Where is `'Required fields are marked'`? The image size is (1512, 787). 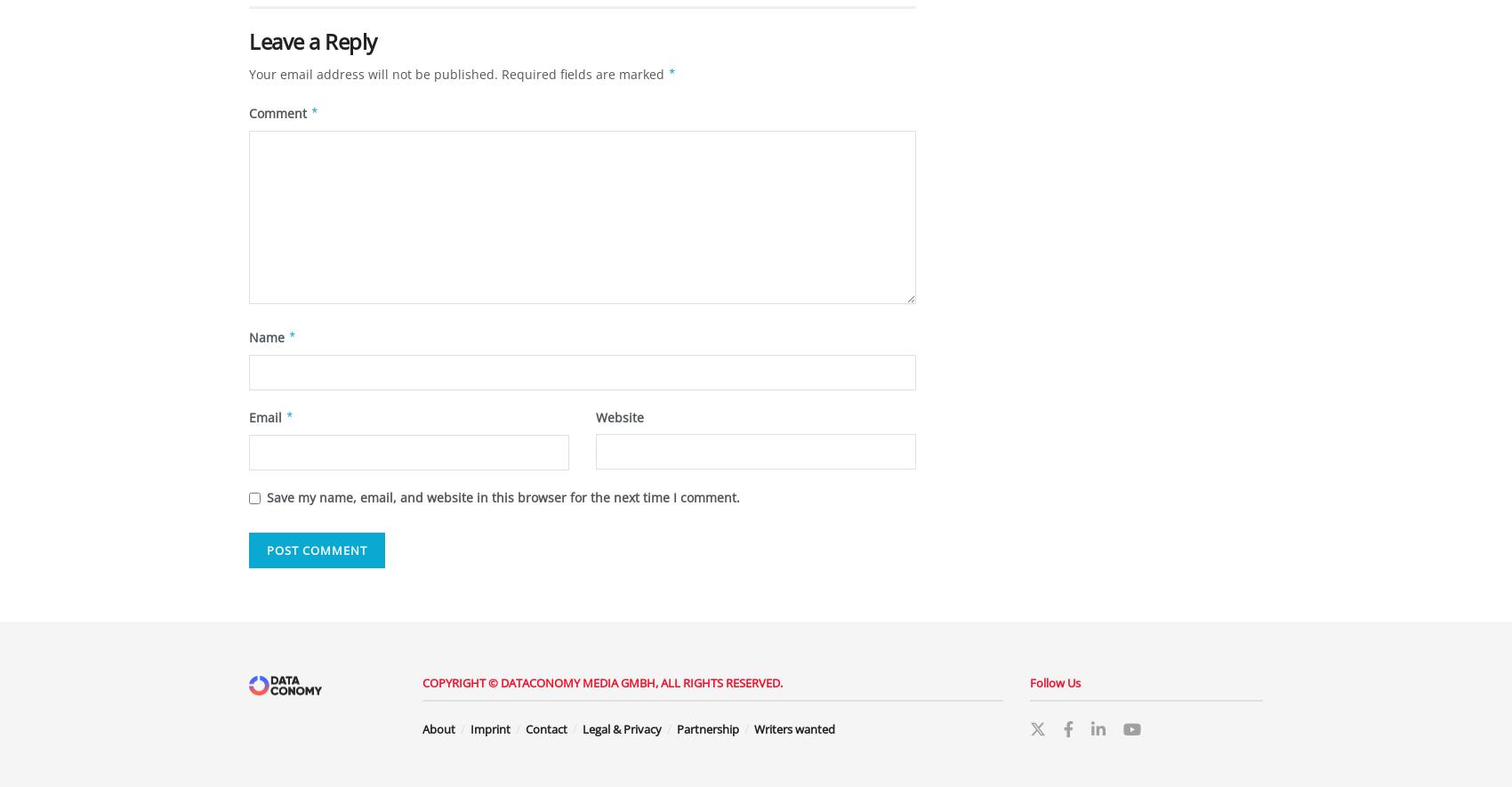 'Required fields are marked' is located at coordinates (584, 74).